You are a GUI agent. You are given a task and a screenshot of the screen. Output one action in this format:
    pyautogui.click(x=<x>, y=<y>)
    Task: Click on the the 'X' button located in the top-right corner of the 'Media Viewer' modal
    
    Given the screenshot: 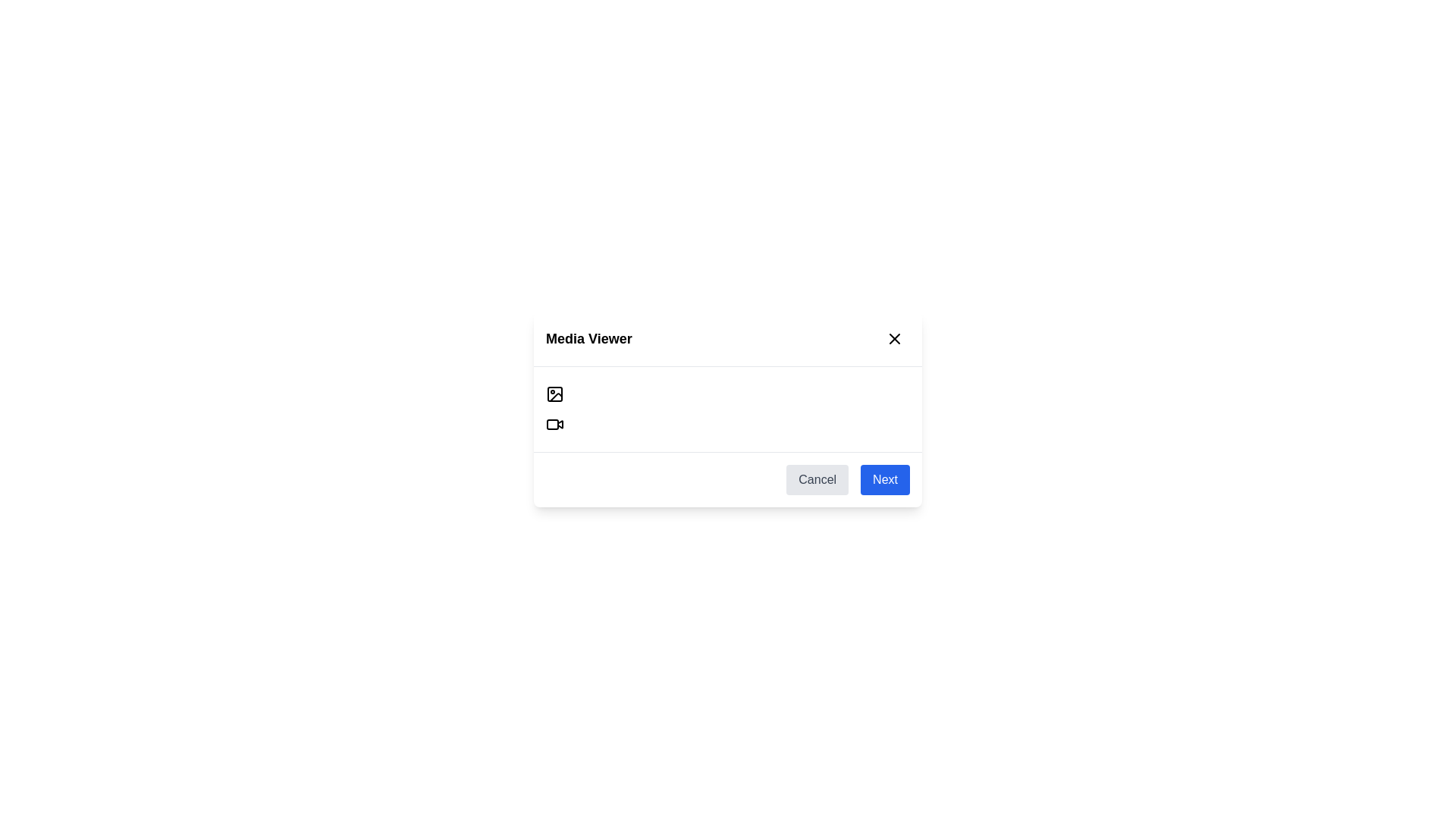 What is the action you would take?
    pyautogui.click(x=895, y=338)
    